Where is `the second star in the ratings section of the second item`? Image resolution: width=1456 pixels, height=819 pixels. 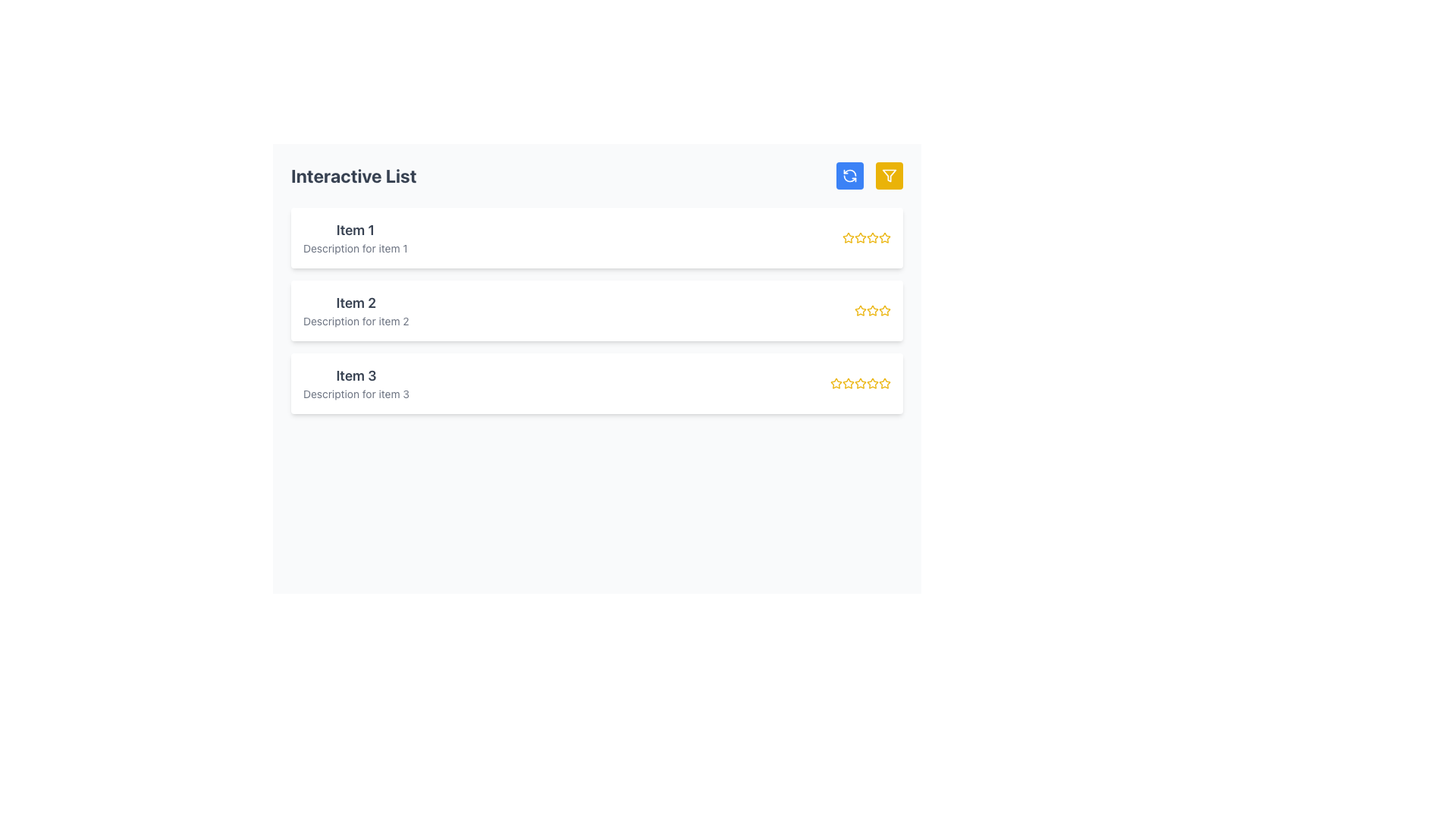
the second star in the ratings section of the second item is located at coordinates (860, 309).